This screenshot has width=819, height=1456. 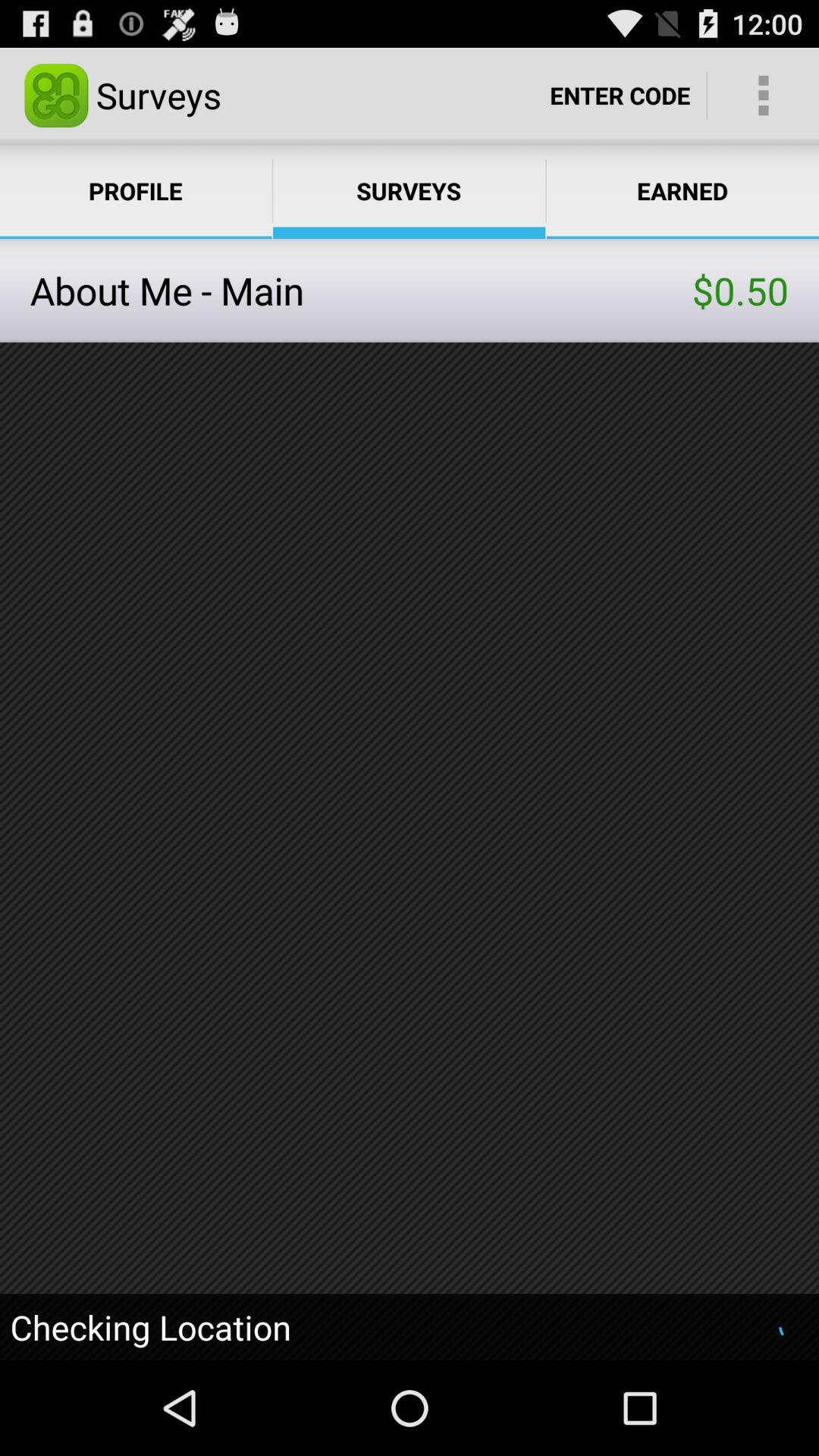 What do you see at coordinates (763, 94) in the screenshot?
I see `the icon next to enter code item` at bounding box center [763, 94].